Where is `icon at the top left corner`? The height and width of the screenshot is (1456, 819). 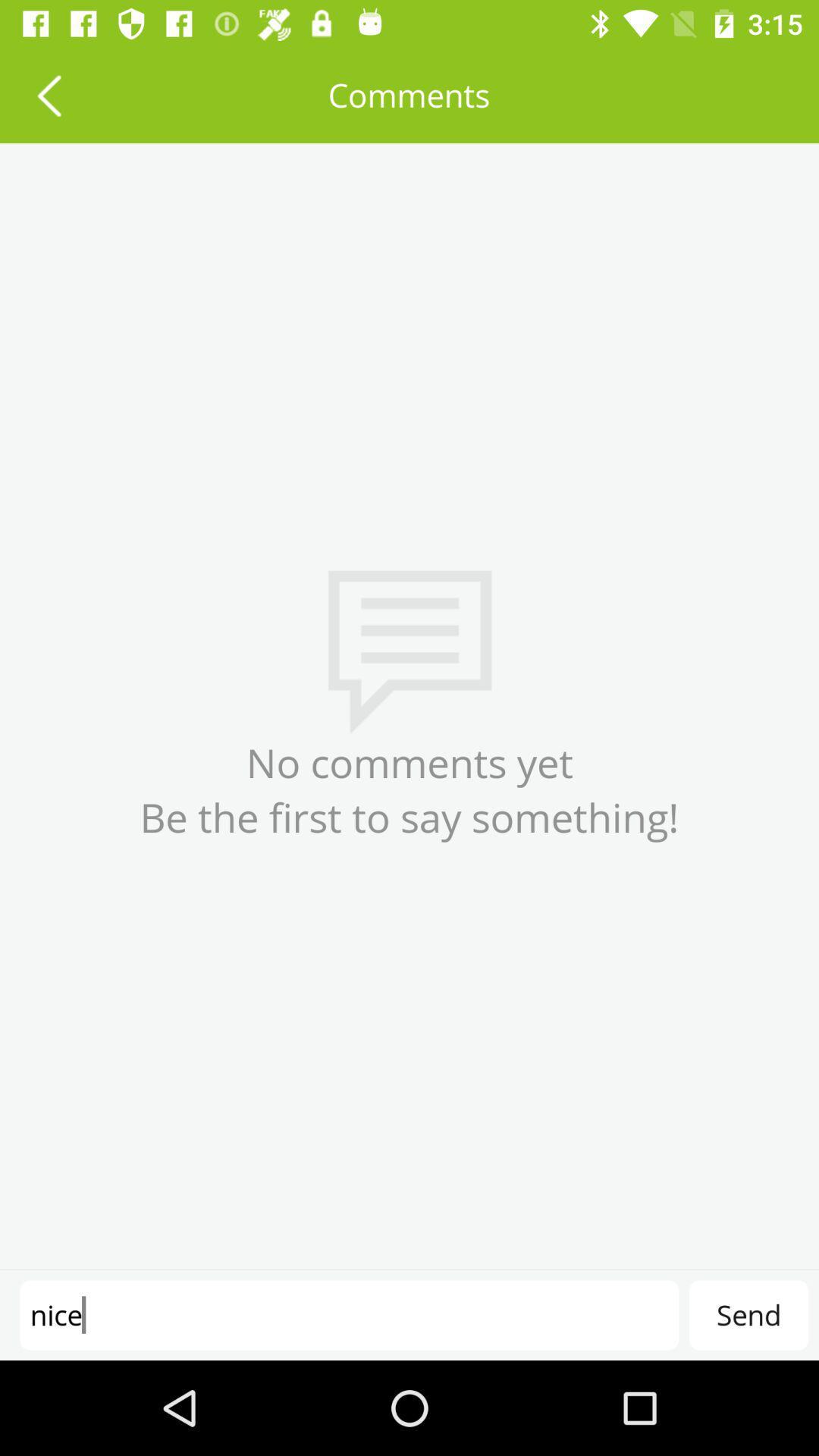 icon at the top left corner is located at coordinates (48, 94).